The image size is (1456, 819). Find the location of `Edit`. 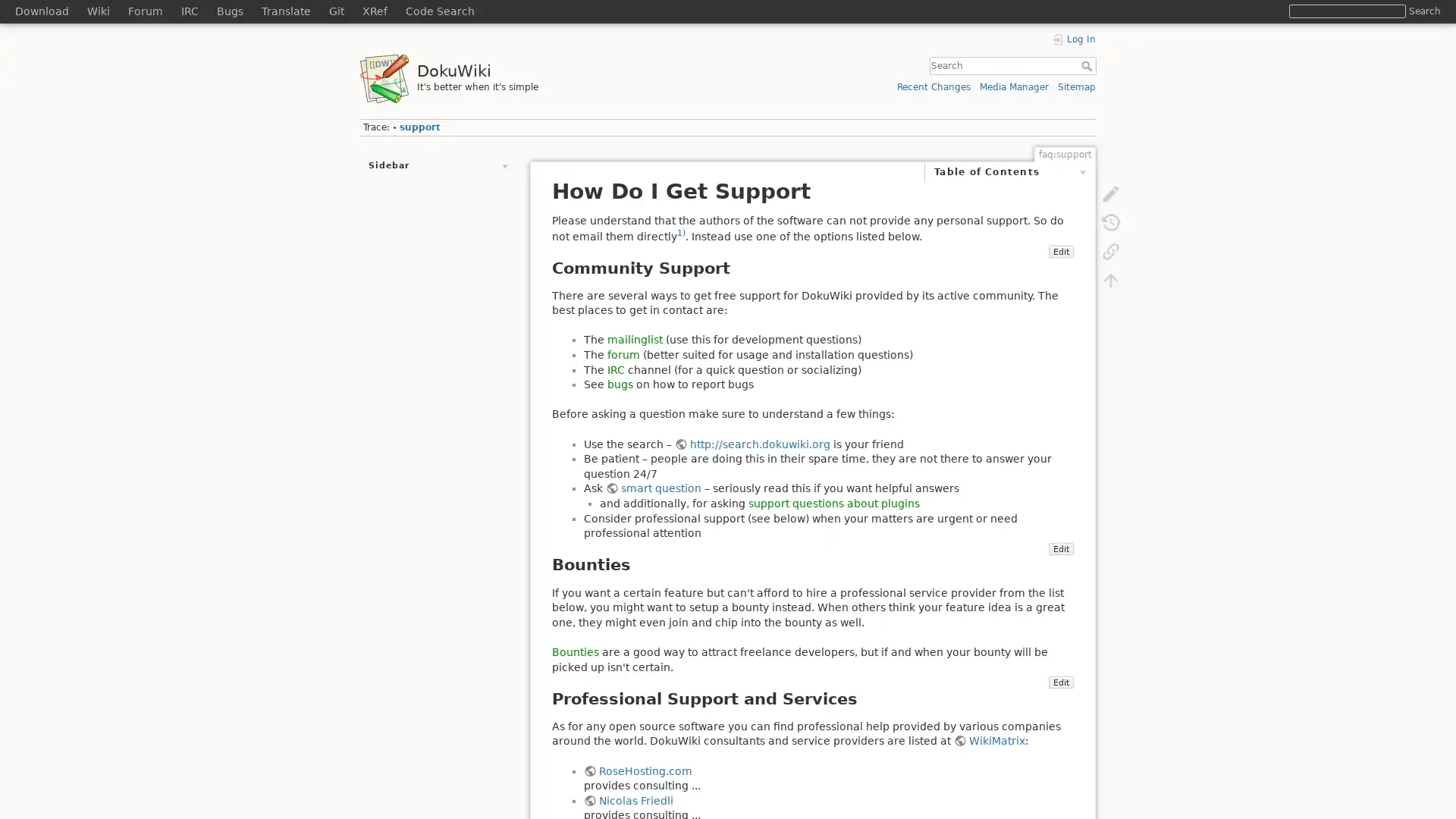

Edit is located at coordinates (1059, 696).